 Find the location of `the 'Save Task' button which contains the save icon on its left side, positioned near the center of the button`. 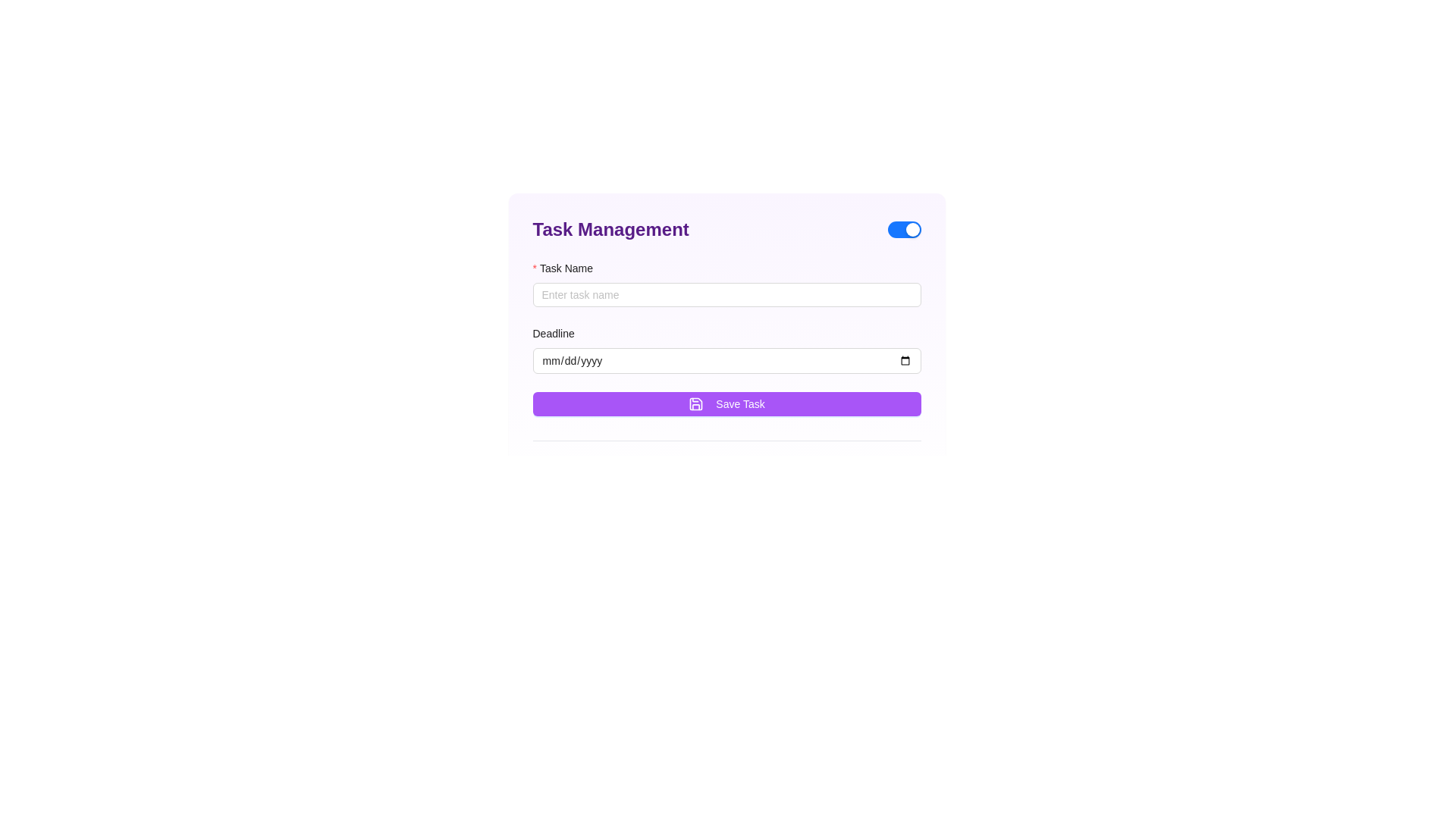

the 'Save Task' button which contains the save icon on its left side, positioned near the center of the button is located at coordinates (695, 403).